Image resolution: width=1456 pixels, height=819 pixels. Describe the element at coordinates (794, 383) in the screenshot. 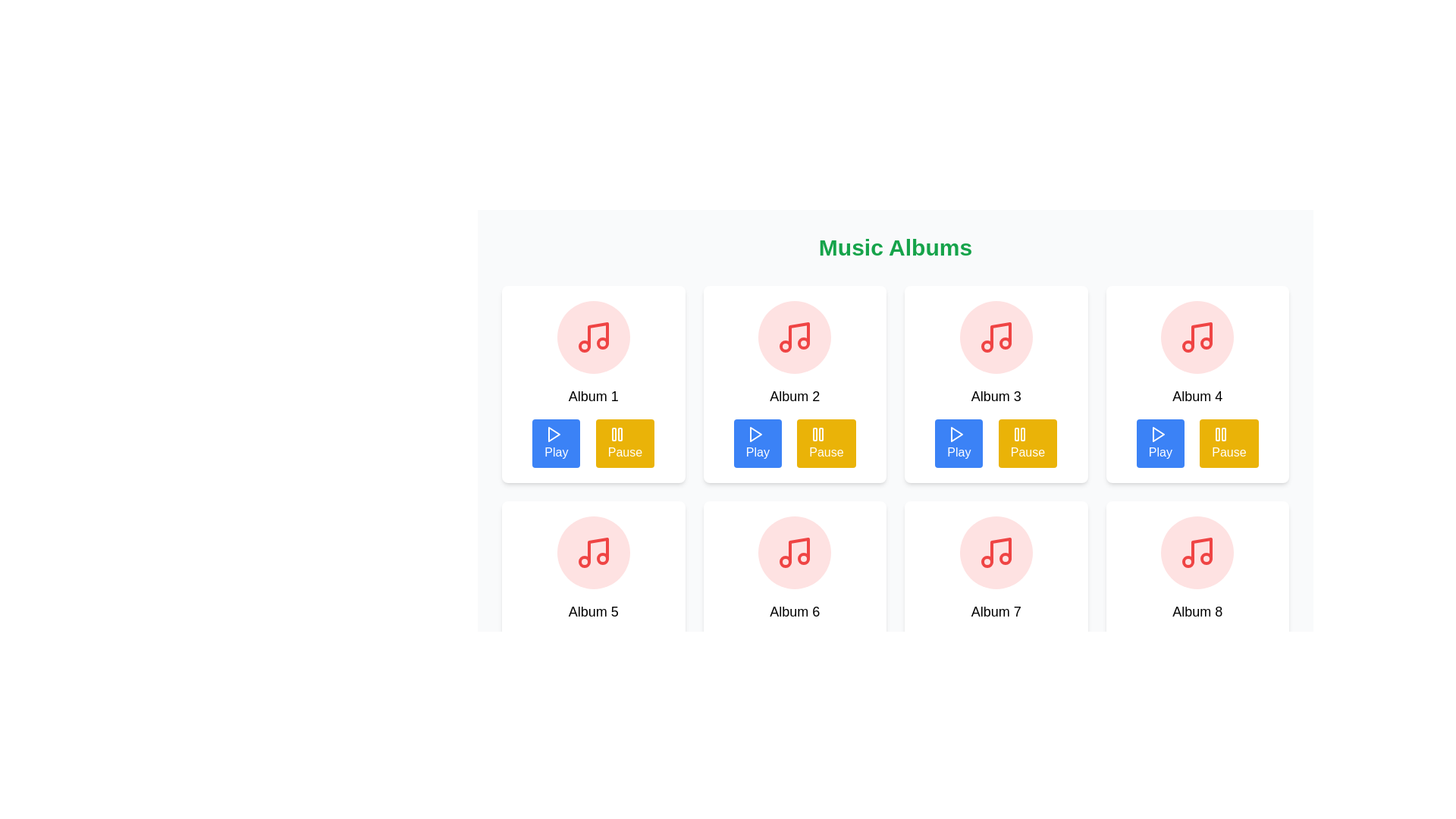

I see `the 'Album 2' card, which is the second item in the grid layout located below the 'Music Albums' title` at that location.